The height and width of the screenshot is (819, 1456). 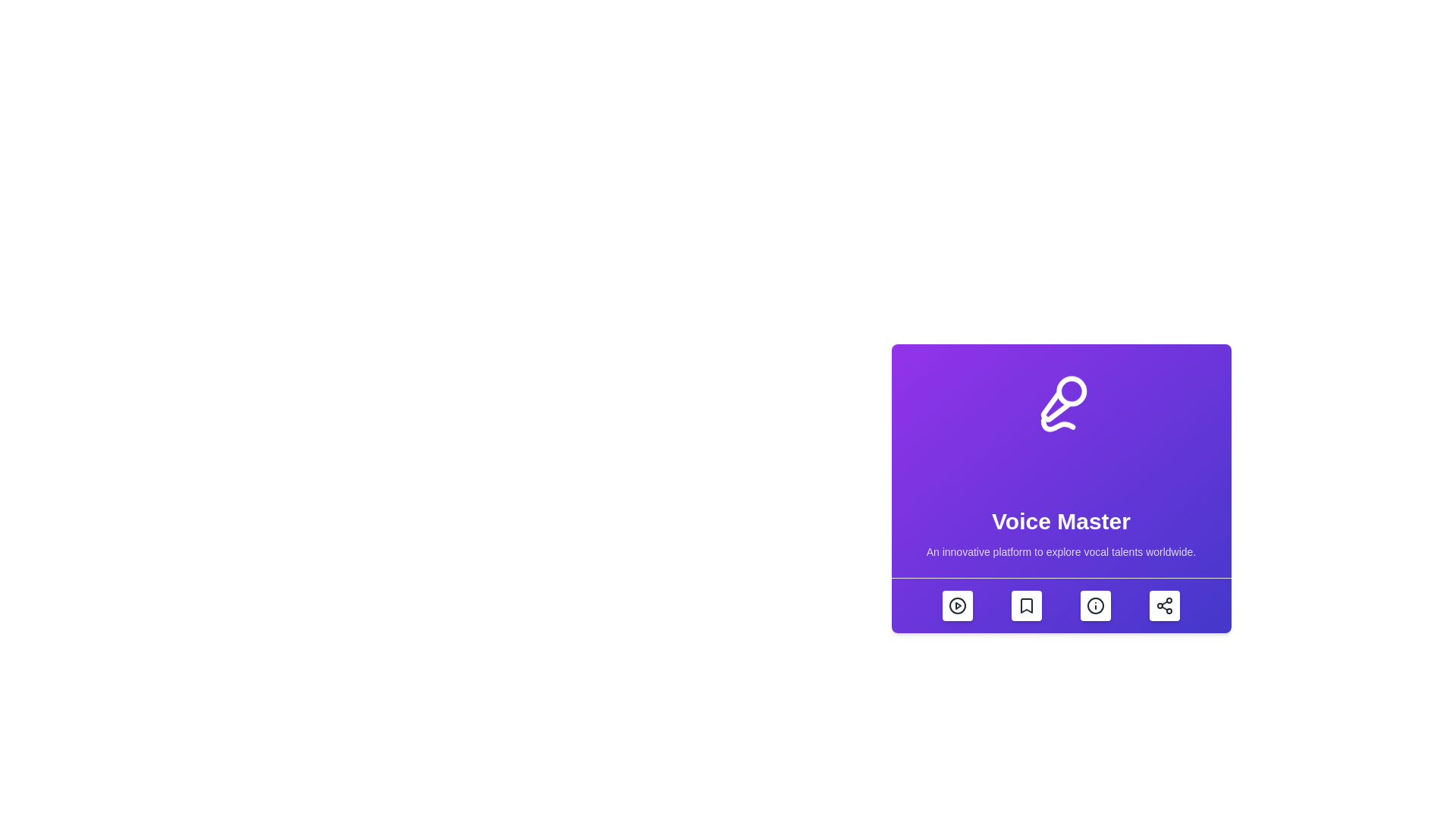 What do you see at coordinates (956, 604) in the screenshot?
I see `the 'Play' button located at the bottom of the 'Voice Master' purple card` at bounding box center [956, 604].